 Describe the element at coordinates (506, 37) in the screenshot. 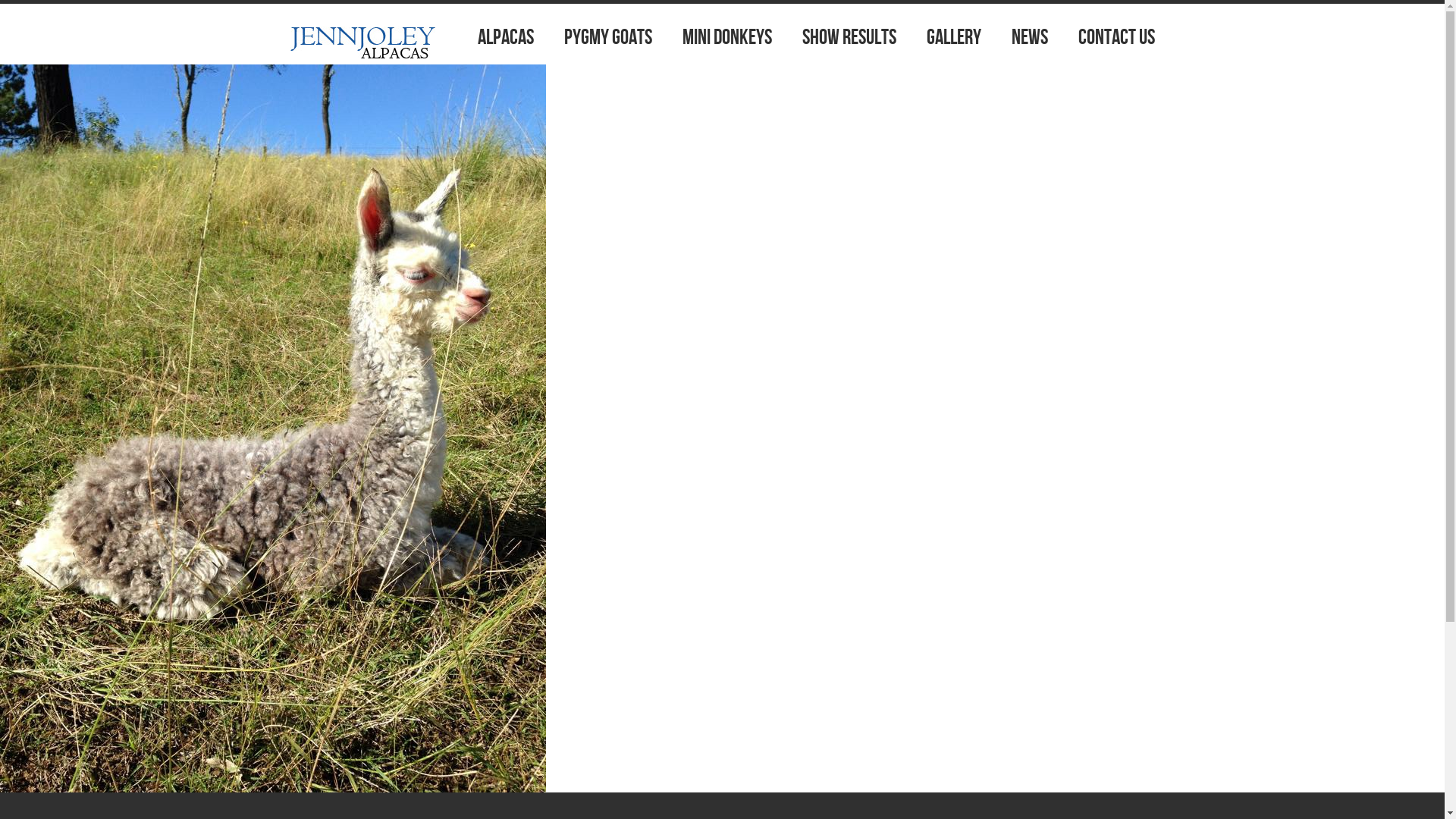

I see `'ALPACAS'` at that location.